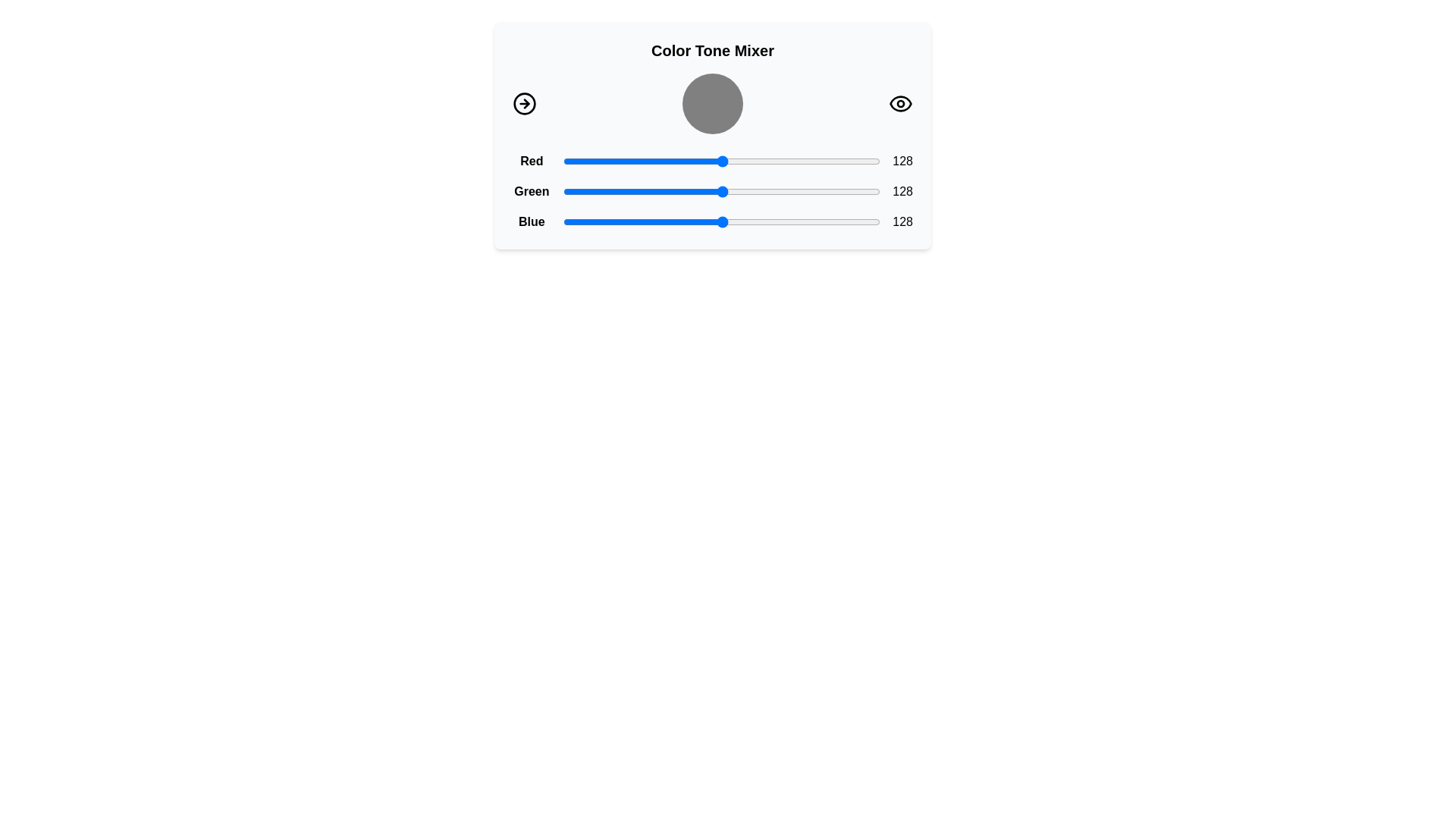 This screenshot has width=1456, height=819. I want to click on to select the thumb of the horizontal slider for adjusting the 'Red' intensity value in the color selection interface, positioned below the 'Red' label and to the left of the numeric label '128', so click(720, 161).